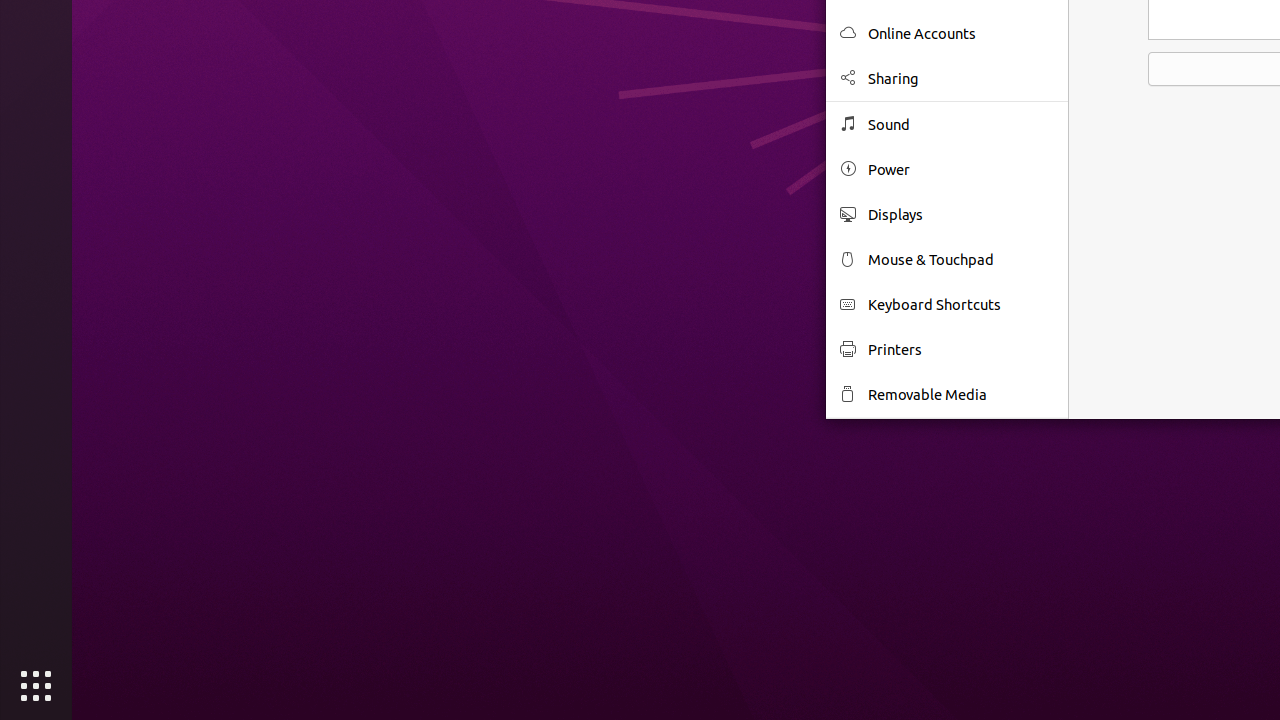  What do you see at coordinates (961, 258) in the screenshot?
I see `'Mouse & Touchpad'` at bounding box center [961, 258].